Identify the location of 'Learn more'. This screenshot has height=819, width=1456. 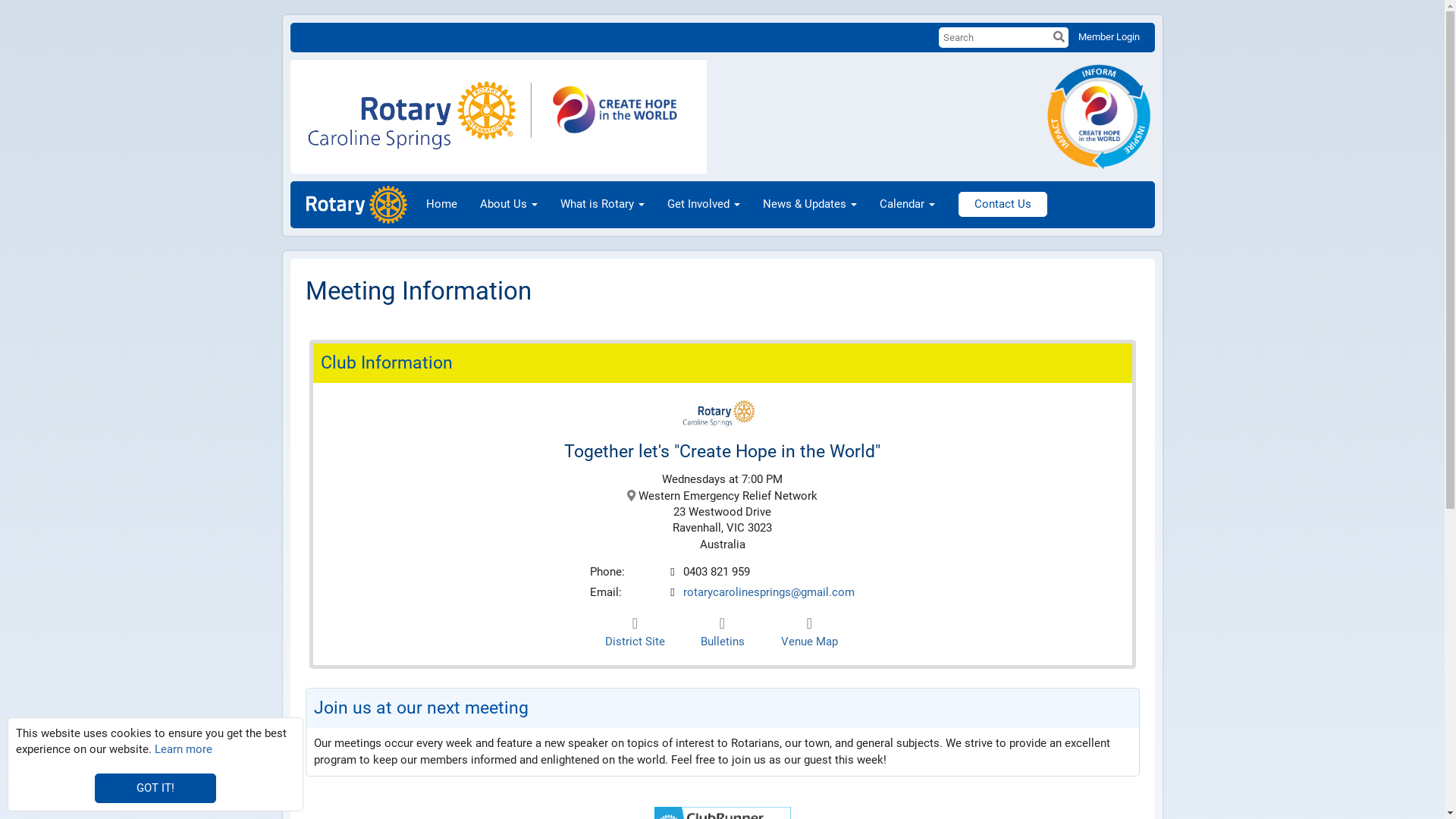
(154, 748).